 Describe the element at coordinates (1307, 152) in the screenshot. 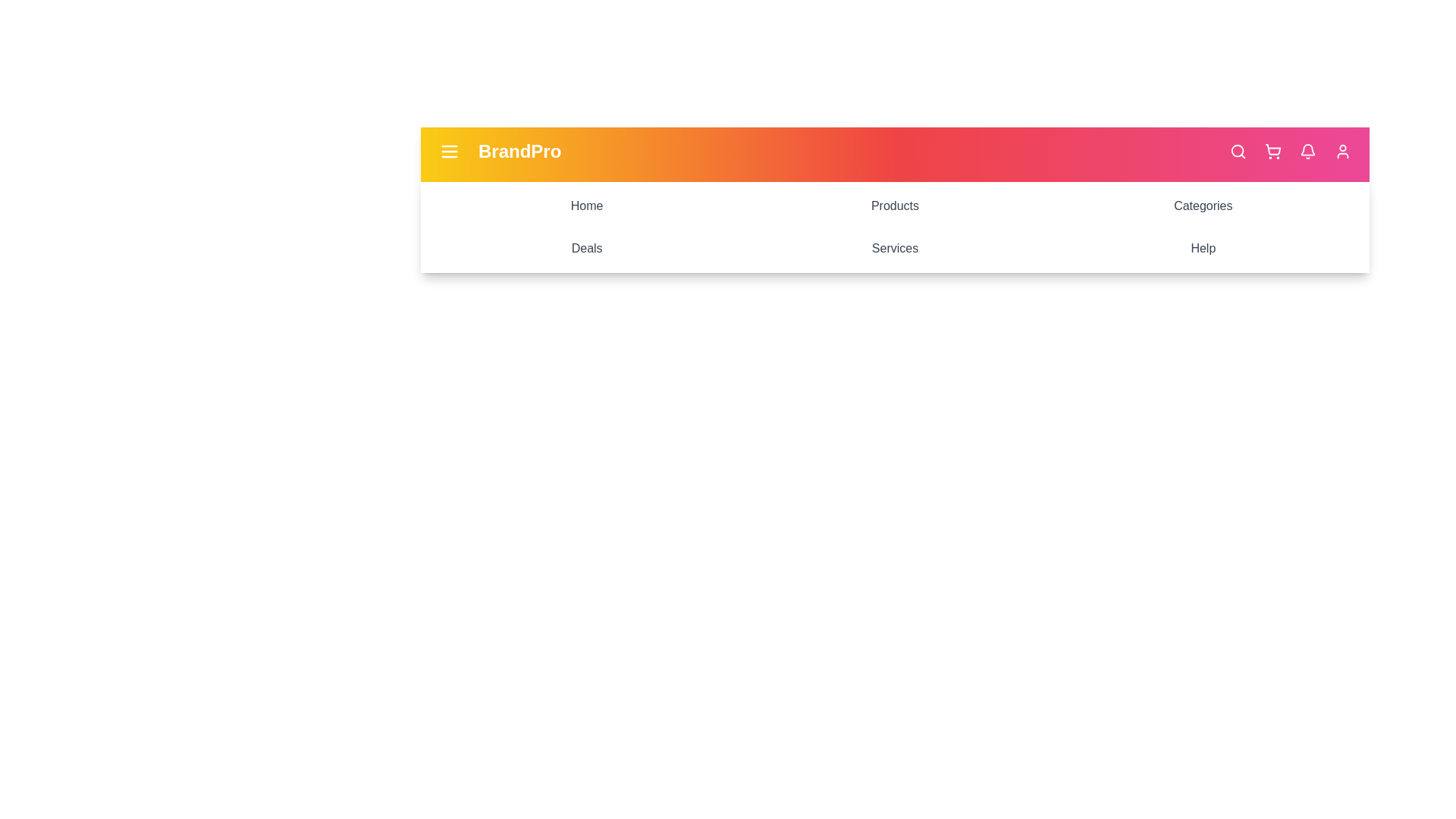

I see `the bell icon in the app bar` at that location.